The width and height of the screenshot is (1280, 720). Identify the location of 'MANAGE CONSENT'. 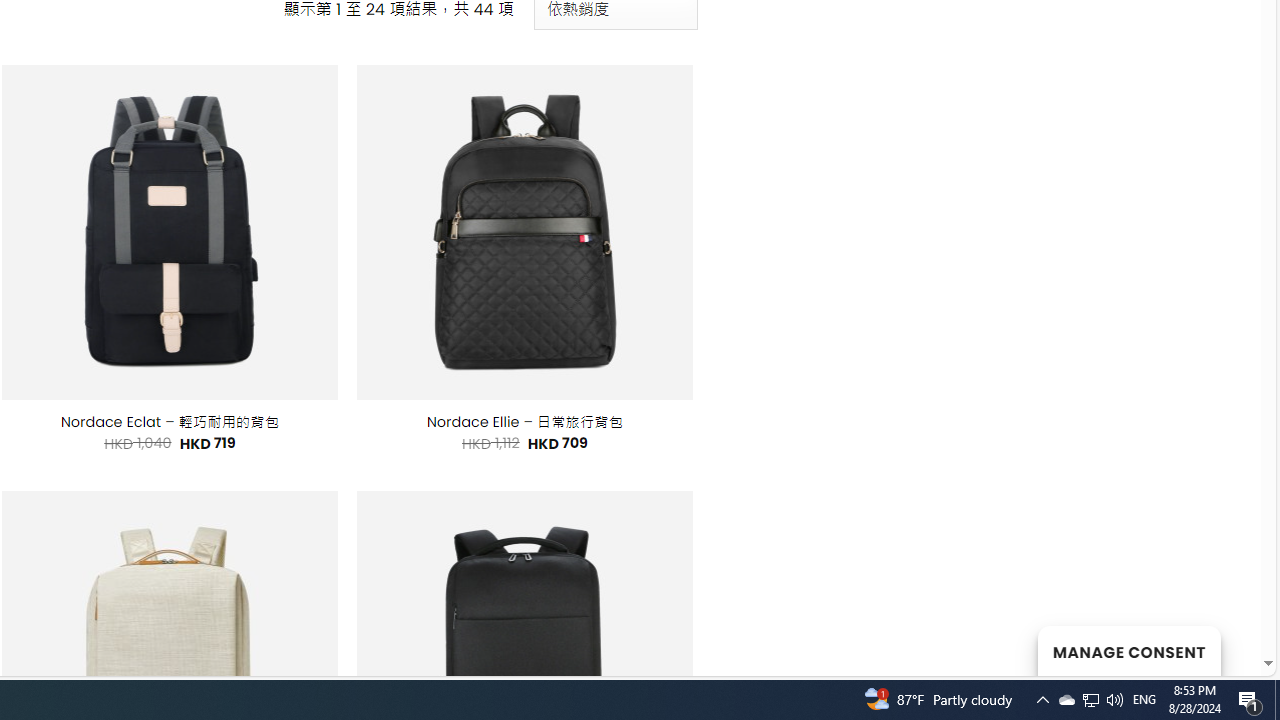
(1128, 650).